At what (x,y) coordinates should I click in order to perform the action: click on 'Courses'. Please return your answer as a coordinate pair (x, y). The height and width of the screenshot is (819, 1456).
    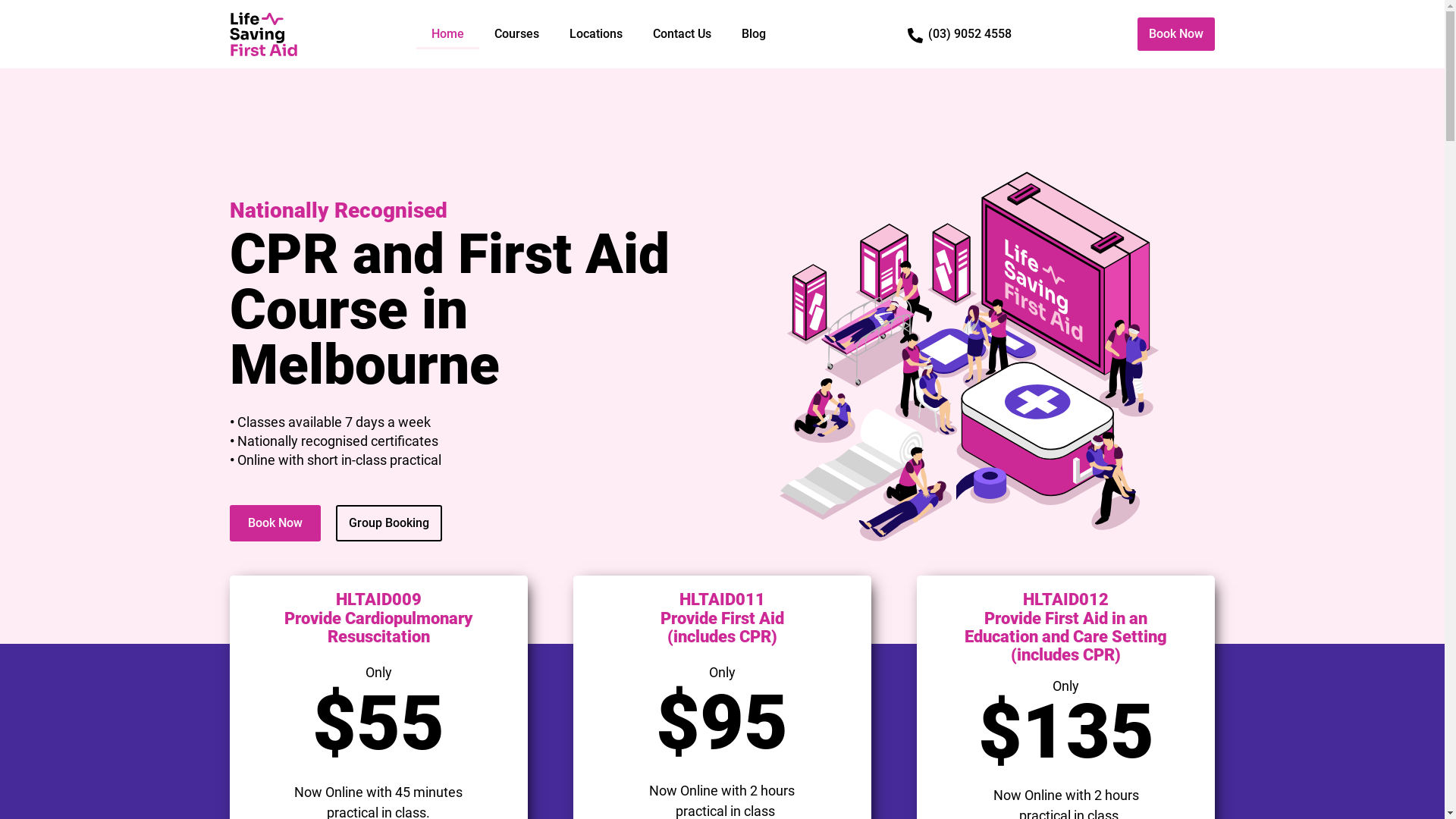
    Looking at the image, I should click on (516, 34).